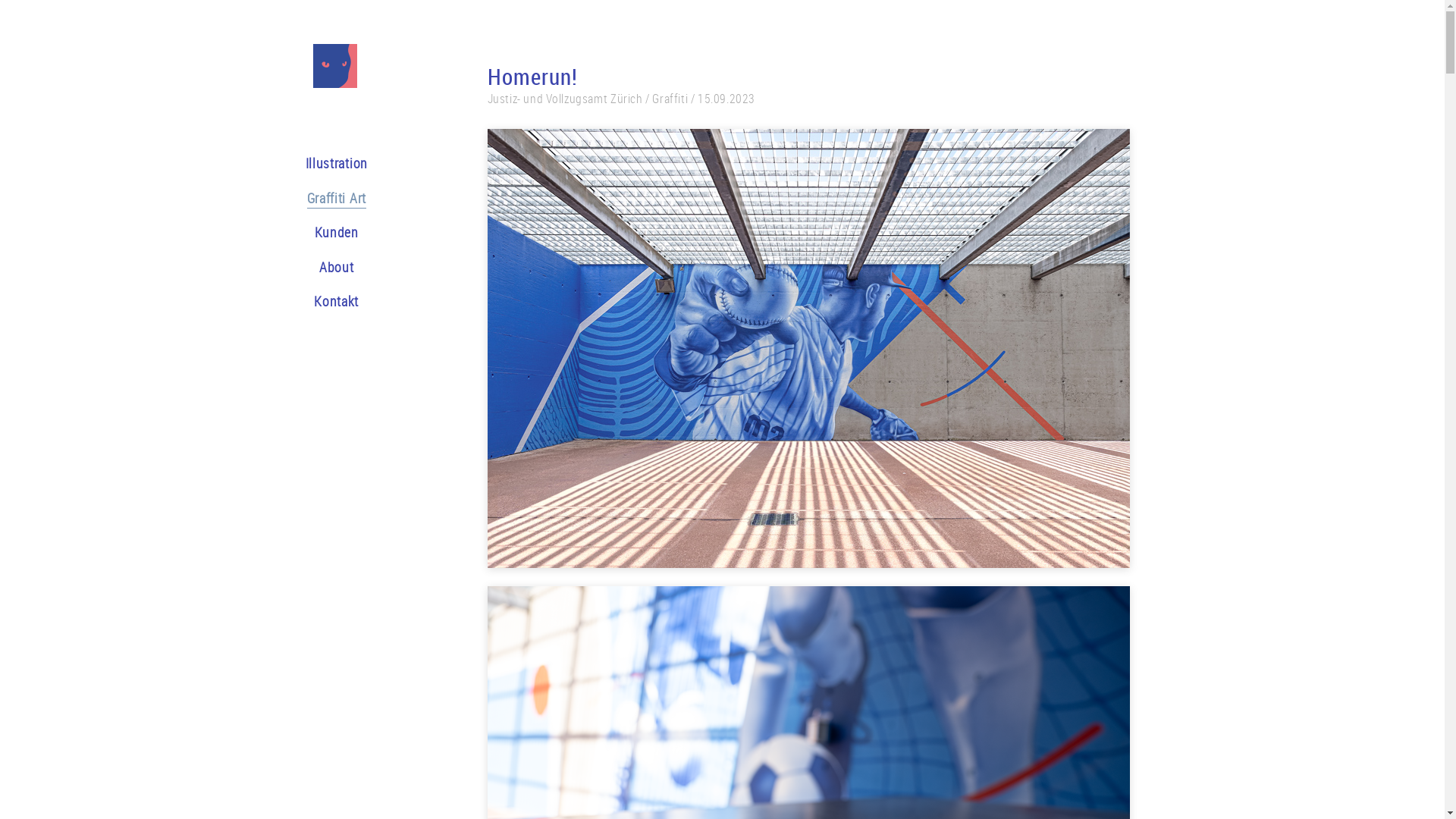  What do you see at coordinates (335, 303) in the screenshot?
I see `'Kontakt'` at bounding box center [335, 303].